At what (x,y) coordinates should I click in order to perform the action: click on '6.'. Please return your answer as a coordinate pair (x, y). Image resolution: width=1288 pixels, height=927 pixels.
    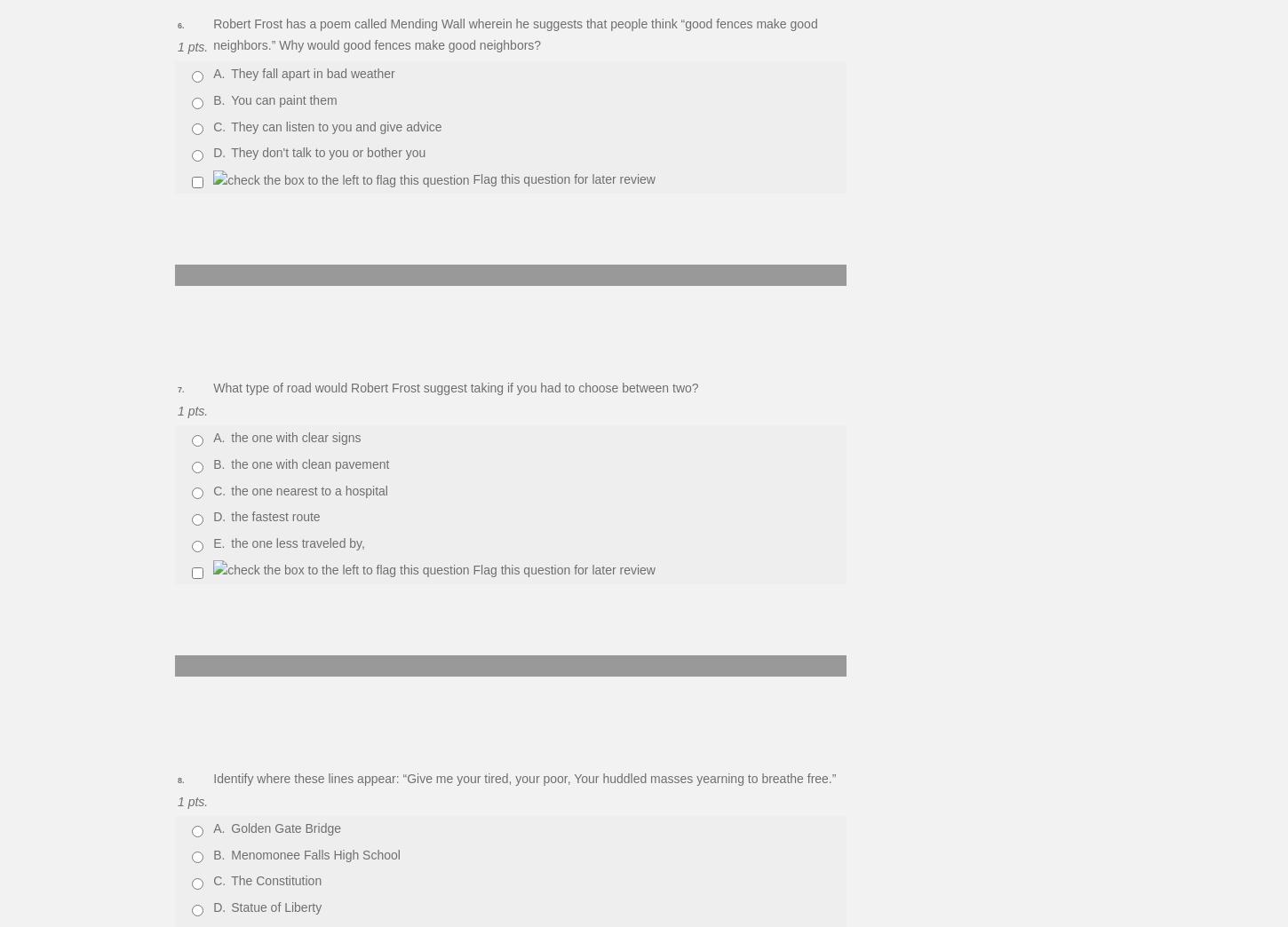
    Looking at the image, I should click on (179, 25).